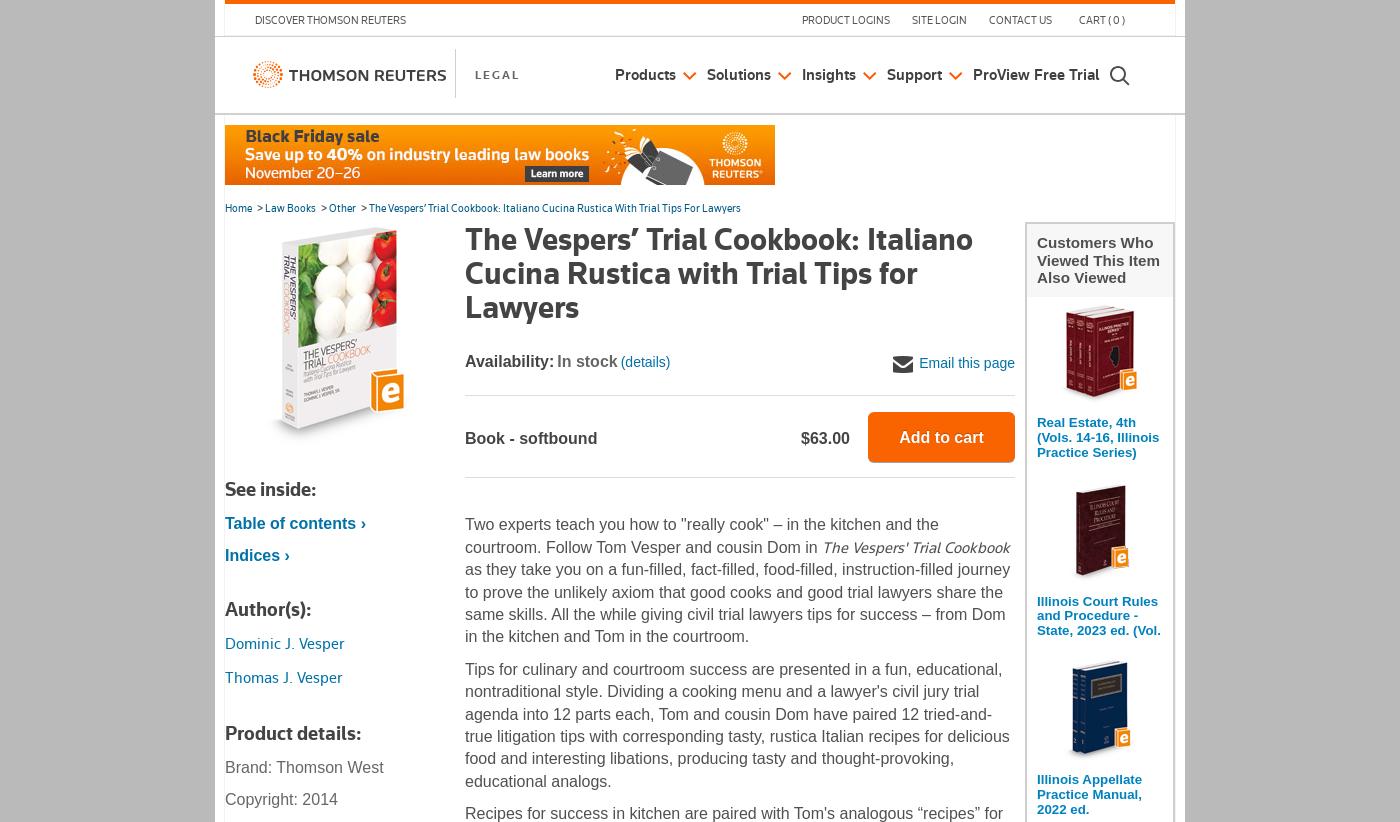  I want to click on 'Other', so click(329, 208).